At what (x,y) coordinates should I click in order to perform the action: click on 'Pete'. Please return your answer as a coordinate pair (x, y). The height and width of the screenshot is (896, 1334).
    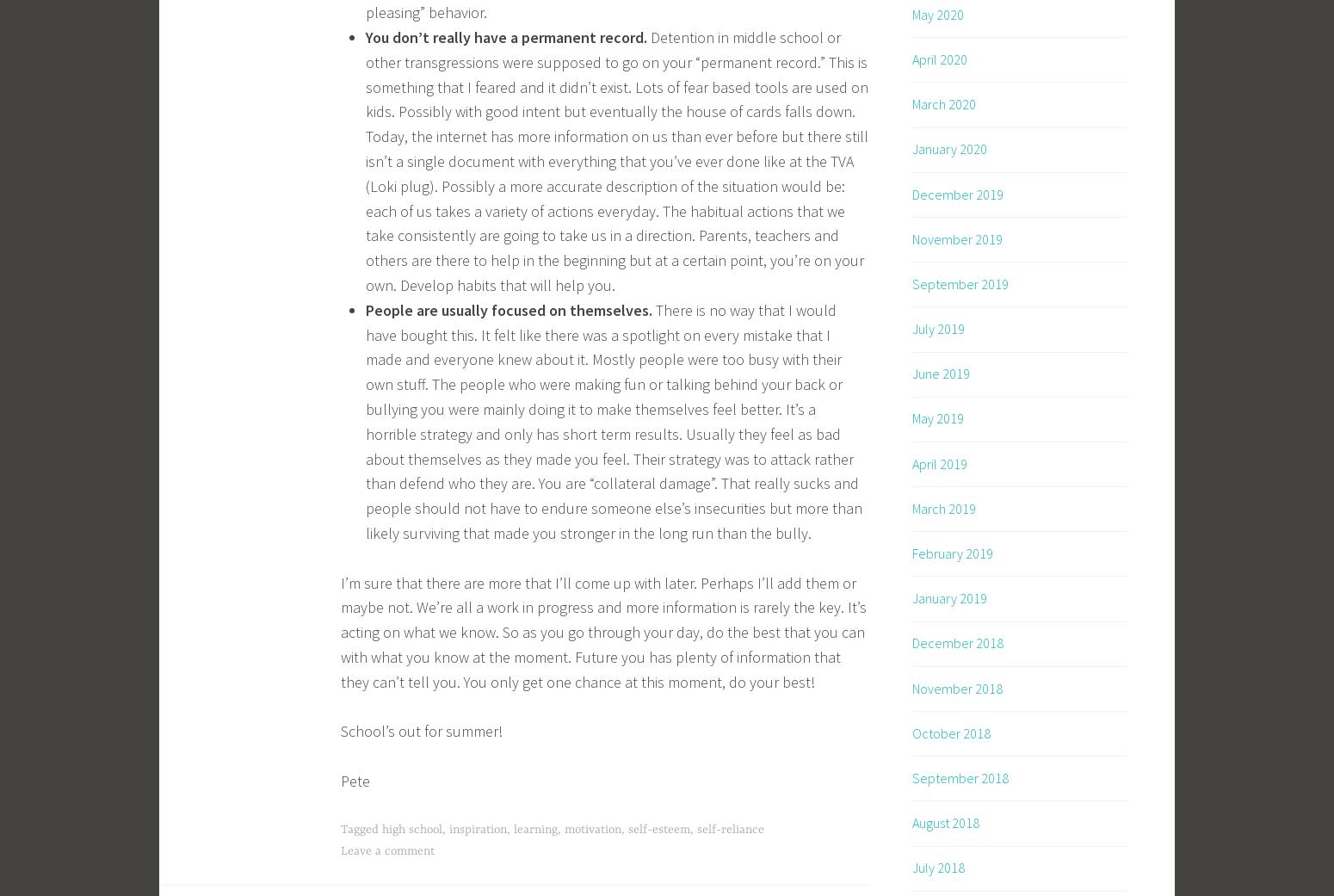
    Looking at the image, I should click on (355, 779).